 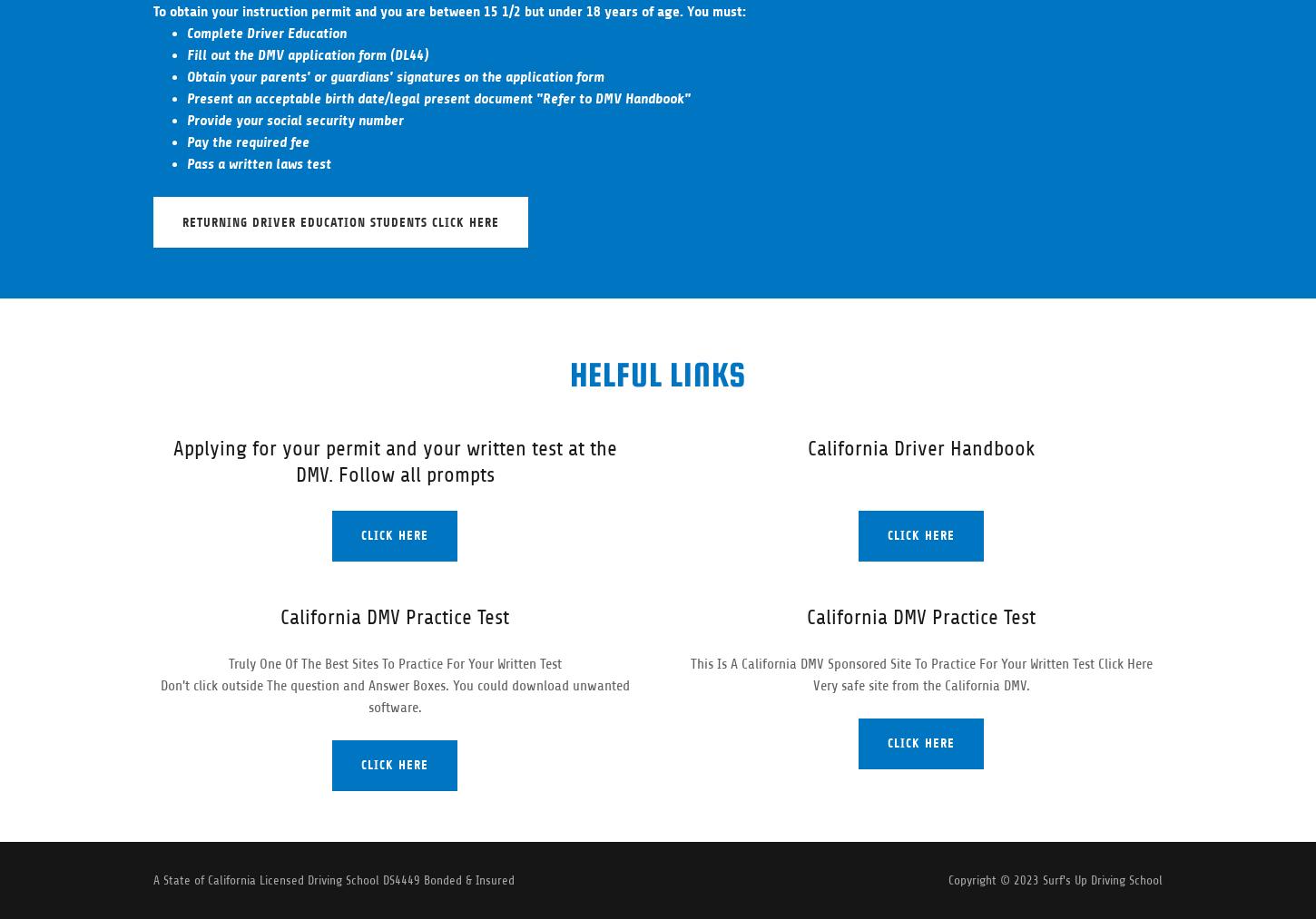 I want to click on 'To obtain your instruction permit and you are between 15 1/2 but under 18 years of age. You must:', so click(x=449, y=10).